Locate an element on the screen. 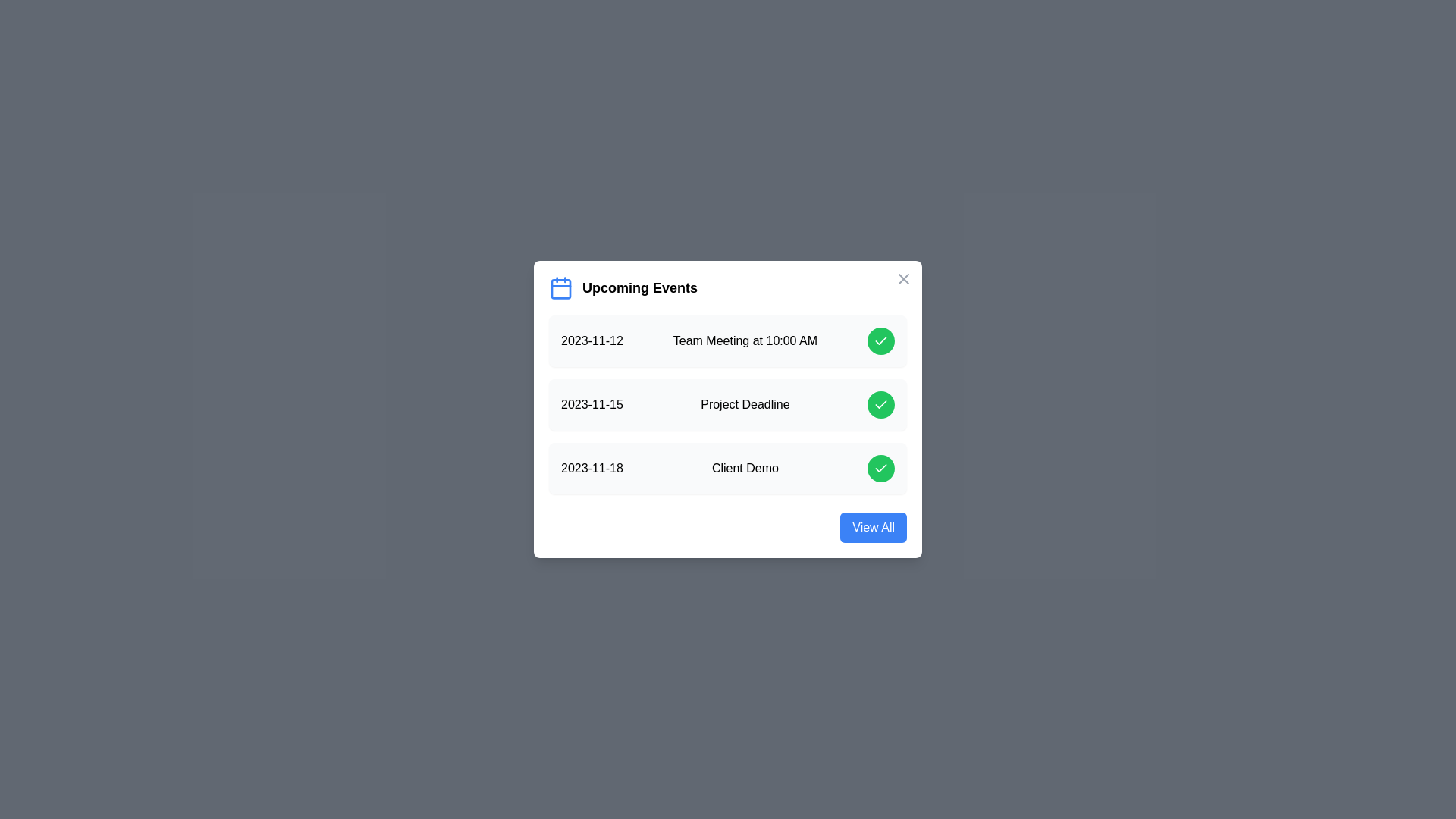  the 'View All' button to view all events is located at coordinates (874, 526).